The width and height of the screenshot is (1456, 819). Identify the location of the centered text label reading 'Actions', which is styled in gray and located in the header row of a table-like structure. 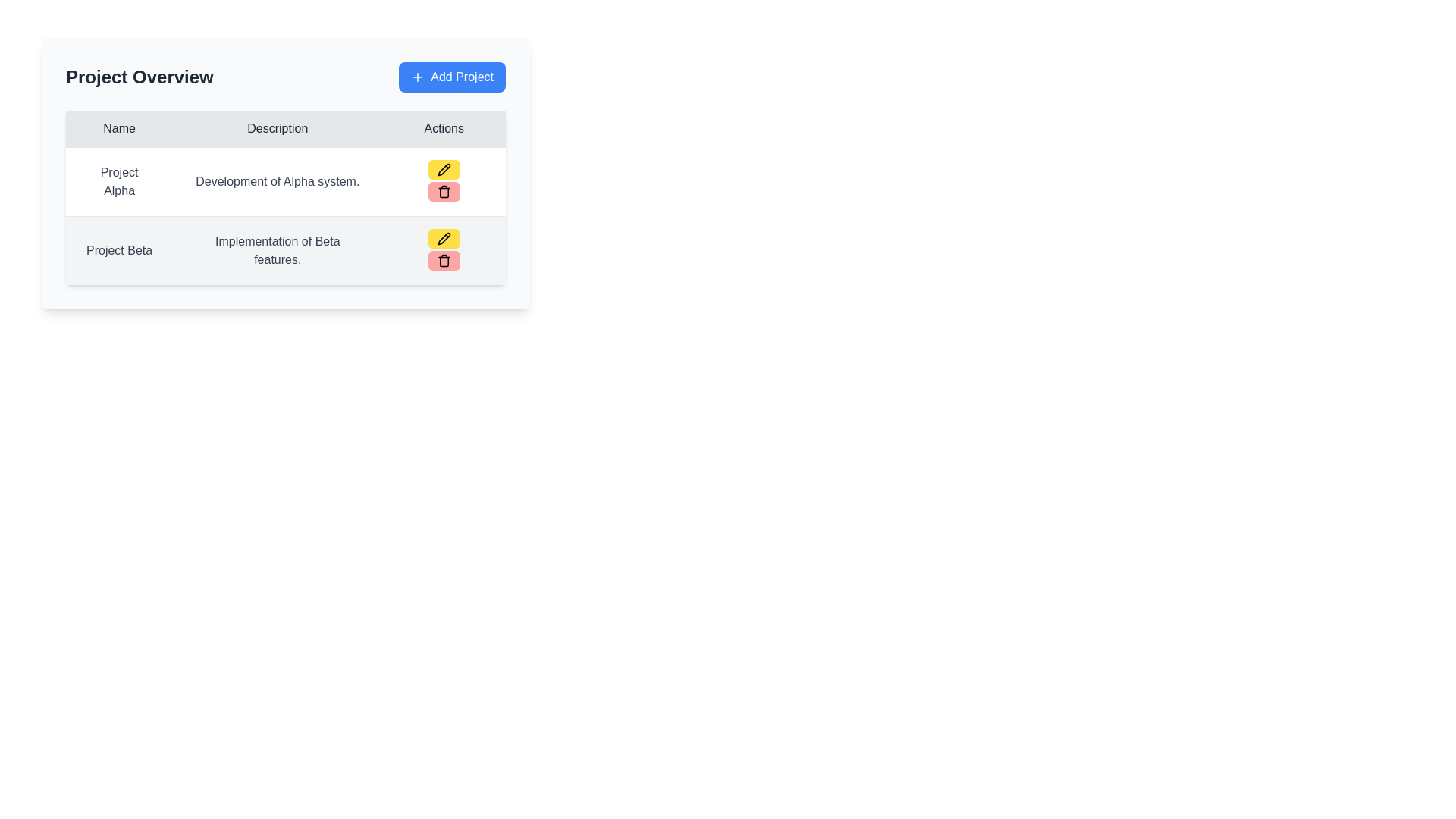
(443, 128).